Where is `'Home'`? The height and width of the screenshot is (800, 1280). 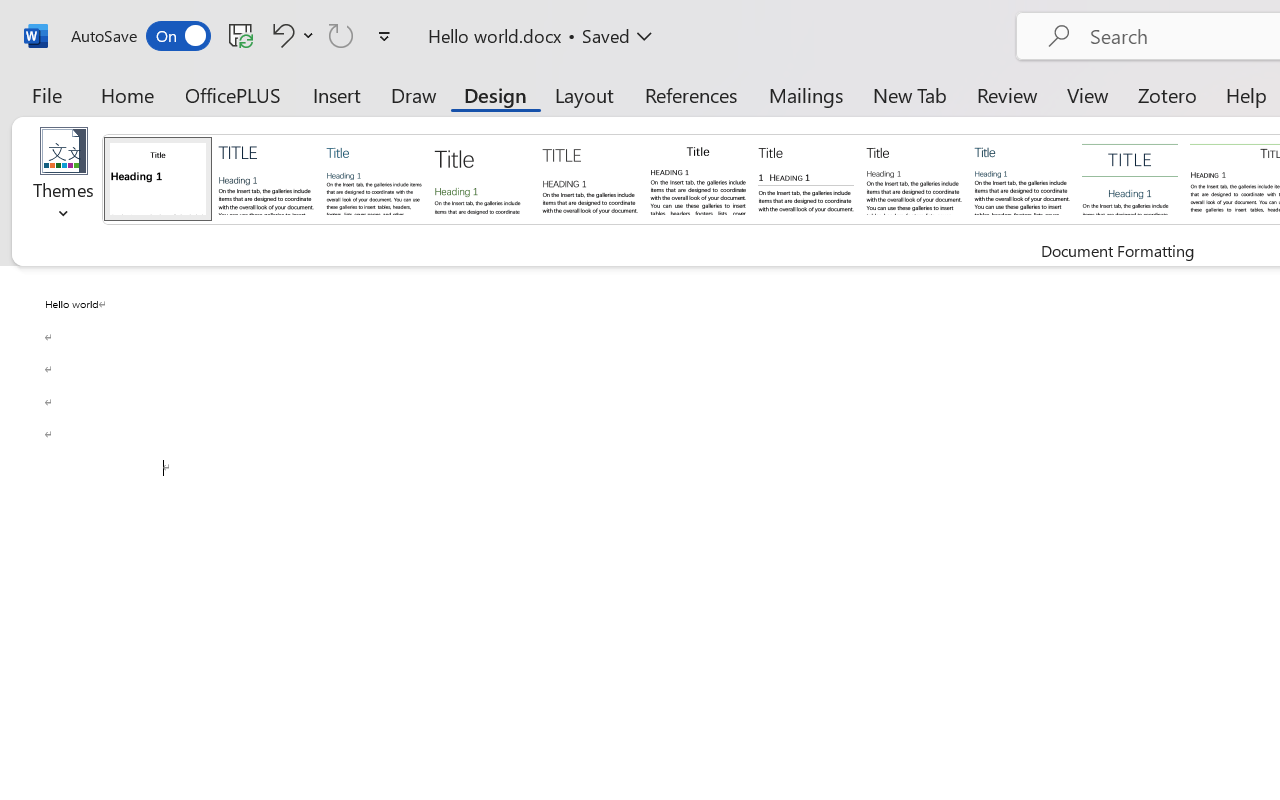 'Home' is located at coordinates (127, 94).